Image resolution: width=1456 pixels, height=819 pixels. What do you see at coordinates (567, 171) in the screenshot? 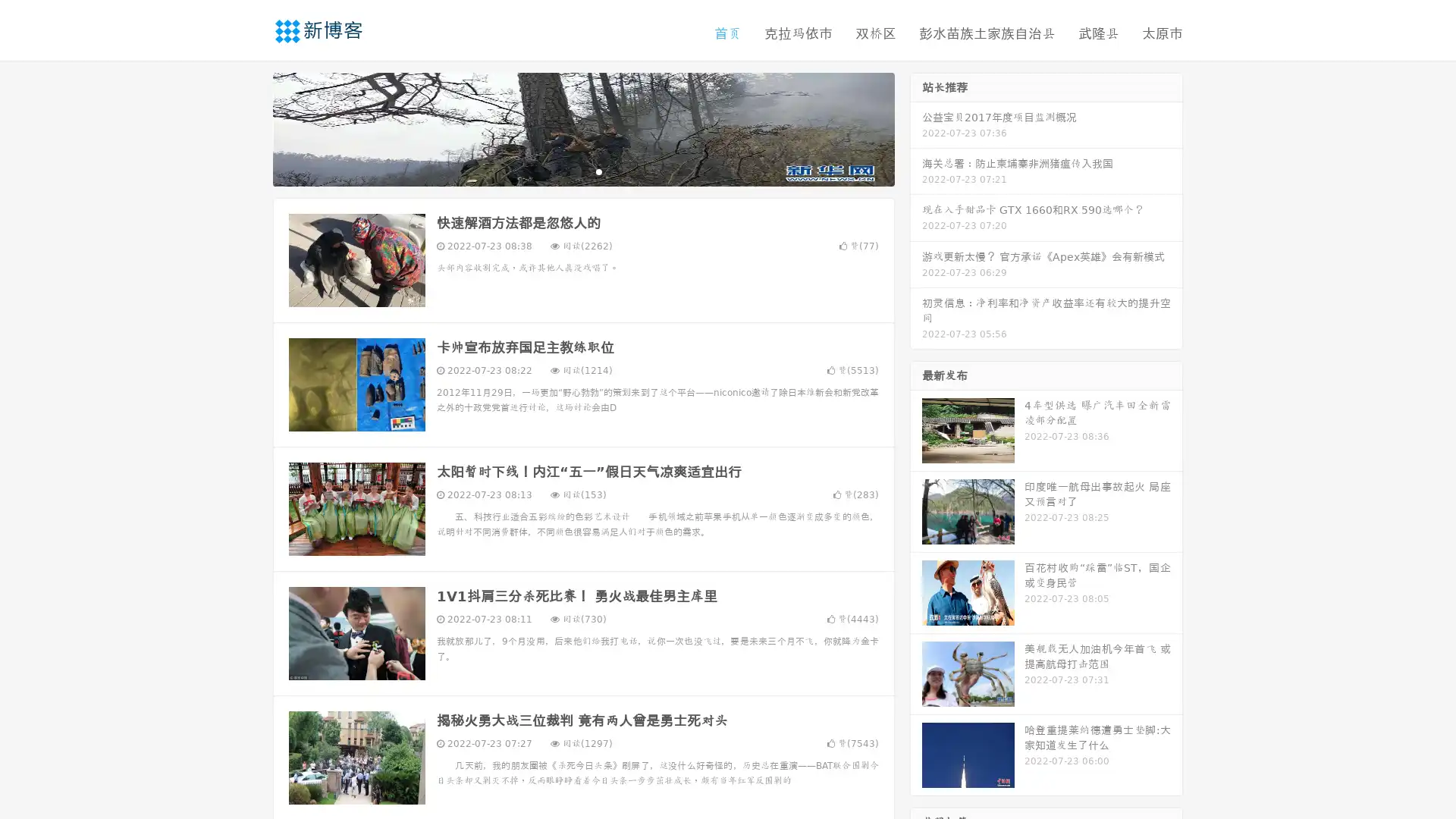
I see `Go to slide 1` at bounding box center [567, 171].